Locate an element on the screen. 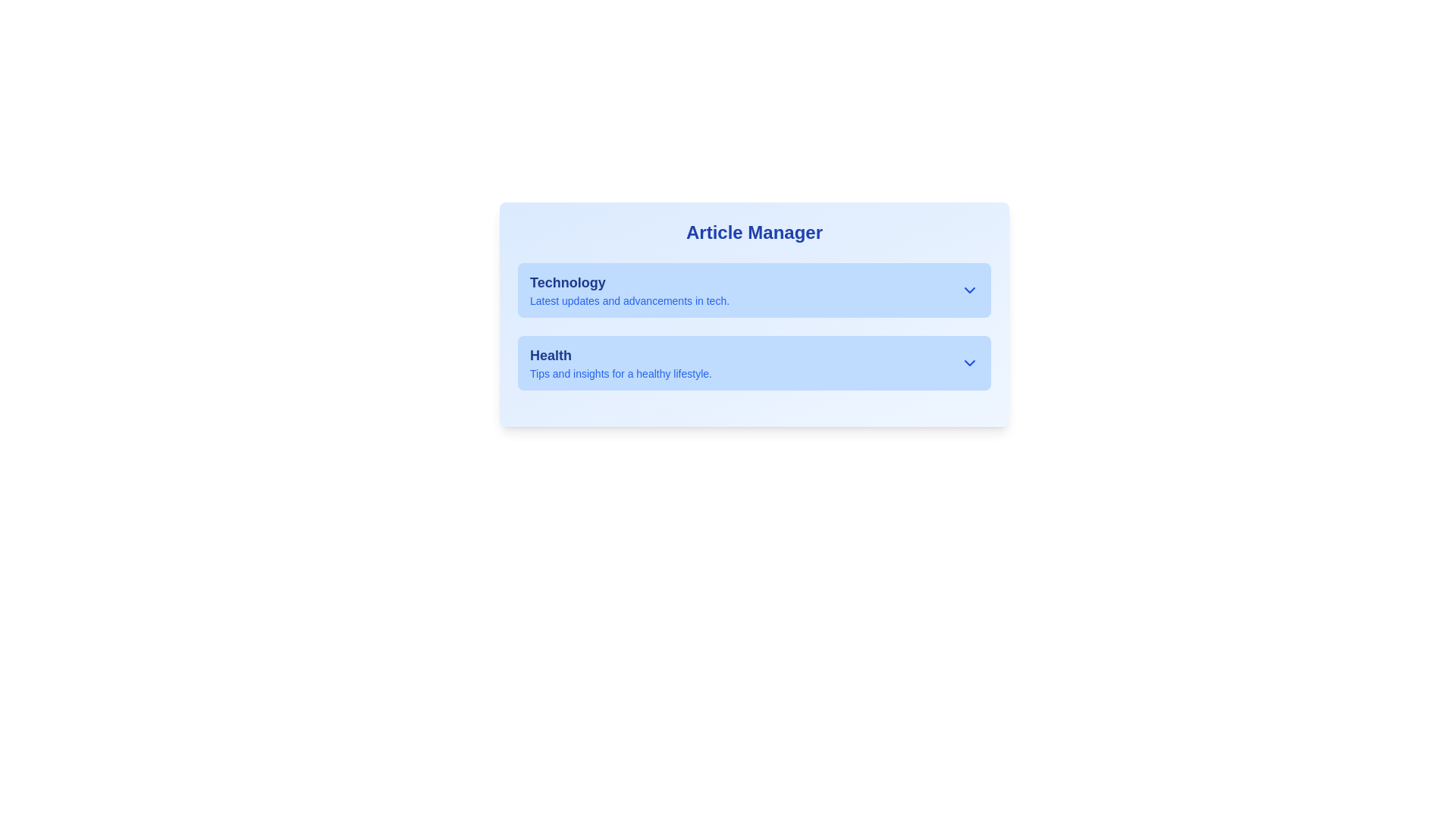 This screenshot has width=1456, height=819. the icon located at the far-right edge of the 'Health' section is located at coordinates (968, 362).